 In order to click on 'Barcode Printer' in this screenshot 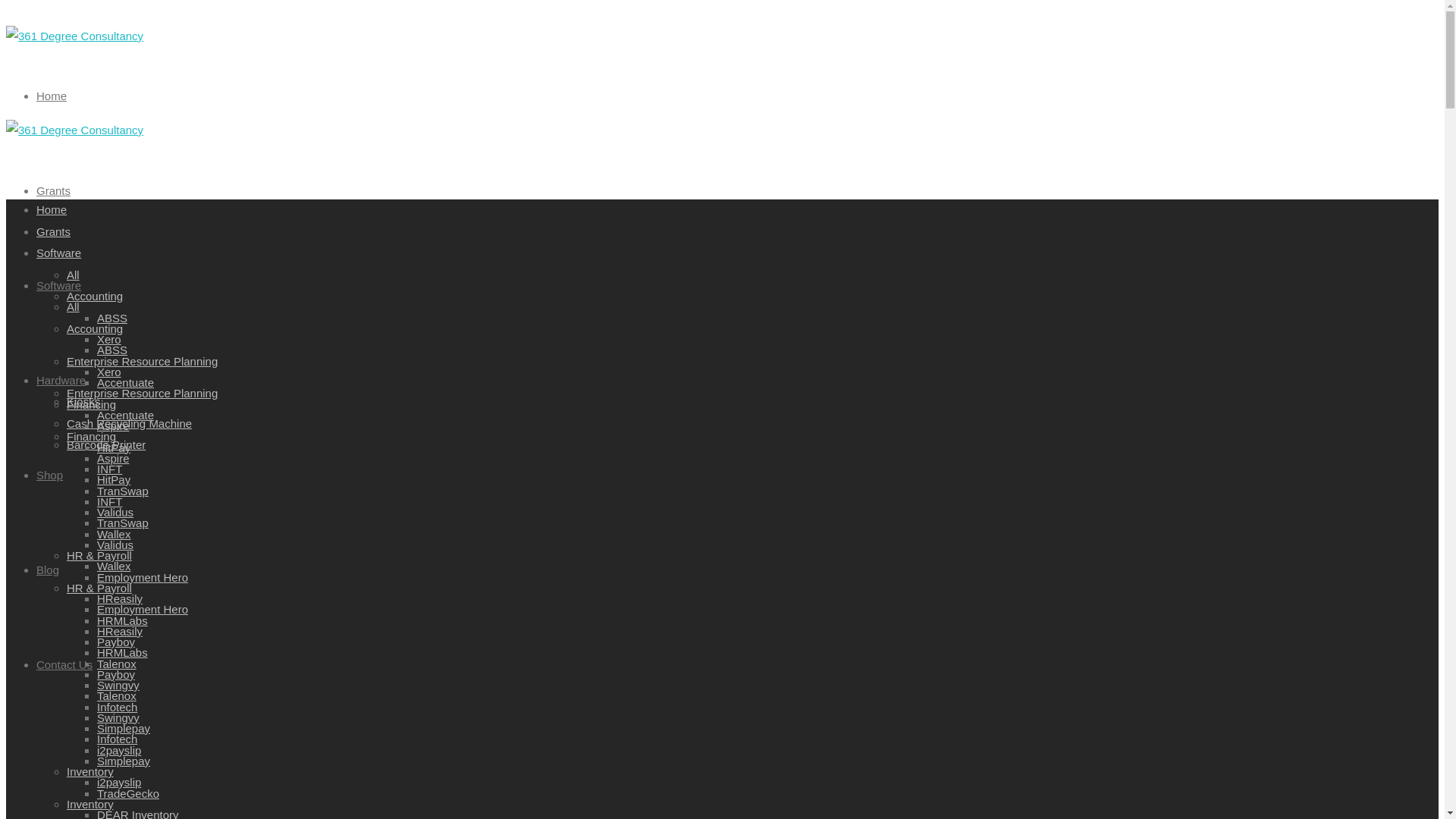, I will do `click(65, 444)`.